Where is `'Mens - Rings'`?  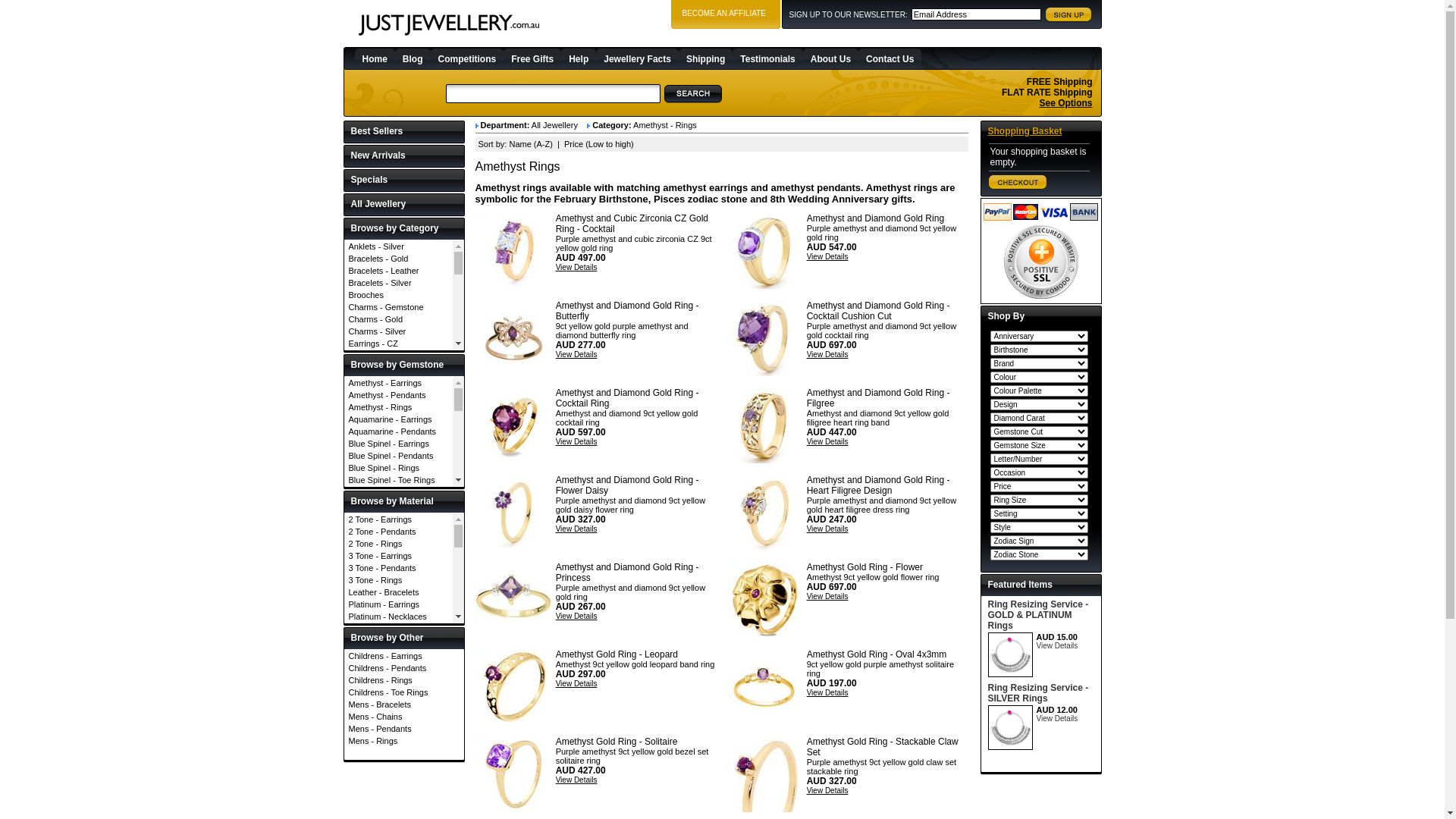 'Mens - Rings' is located at coordinates (403, 739).